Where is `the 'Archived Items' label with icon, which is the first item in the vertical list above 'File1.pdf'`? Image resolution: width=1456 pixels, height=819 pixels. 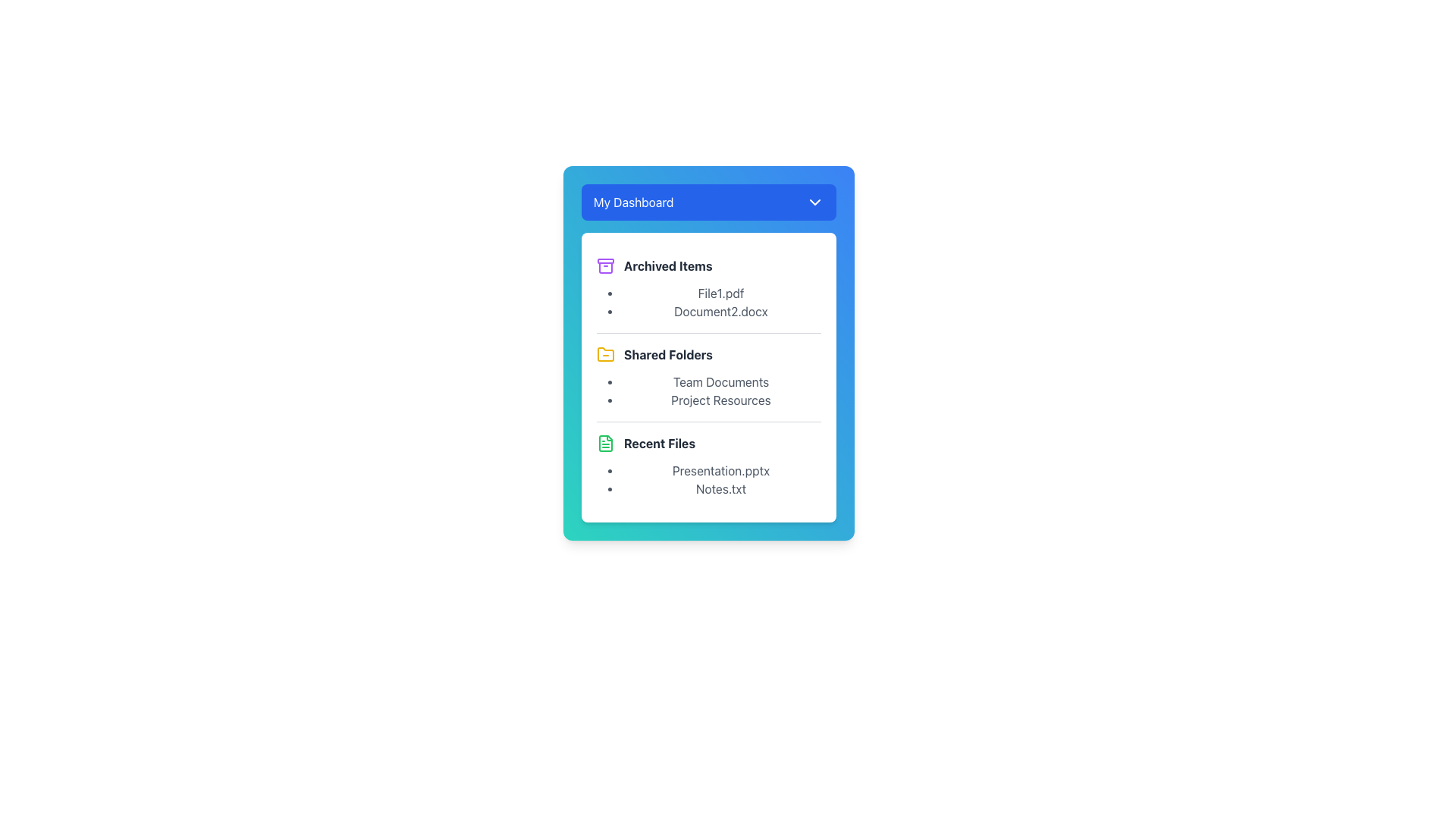 the 'Archived Items' label with icon, which is the first item in the vertical list above 'File1.pdf' is located at coordinates (708, 265).